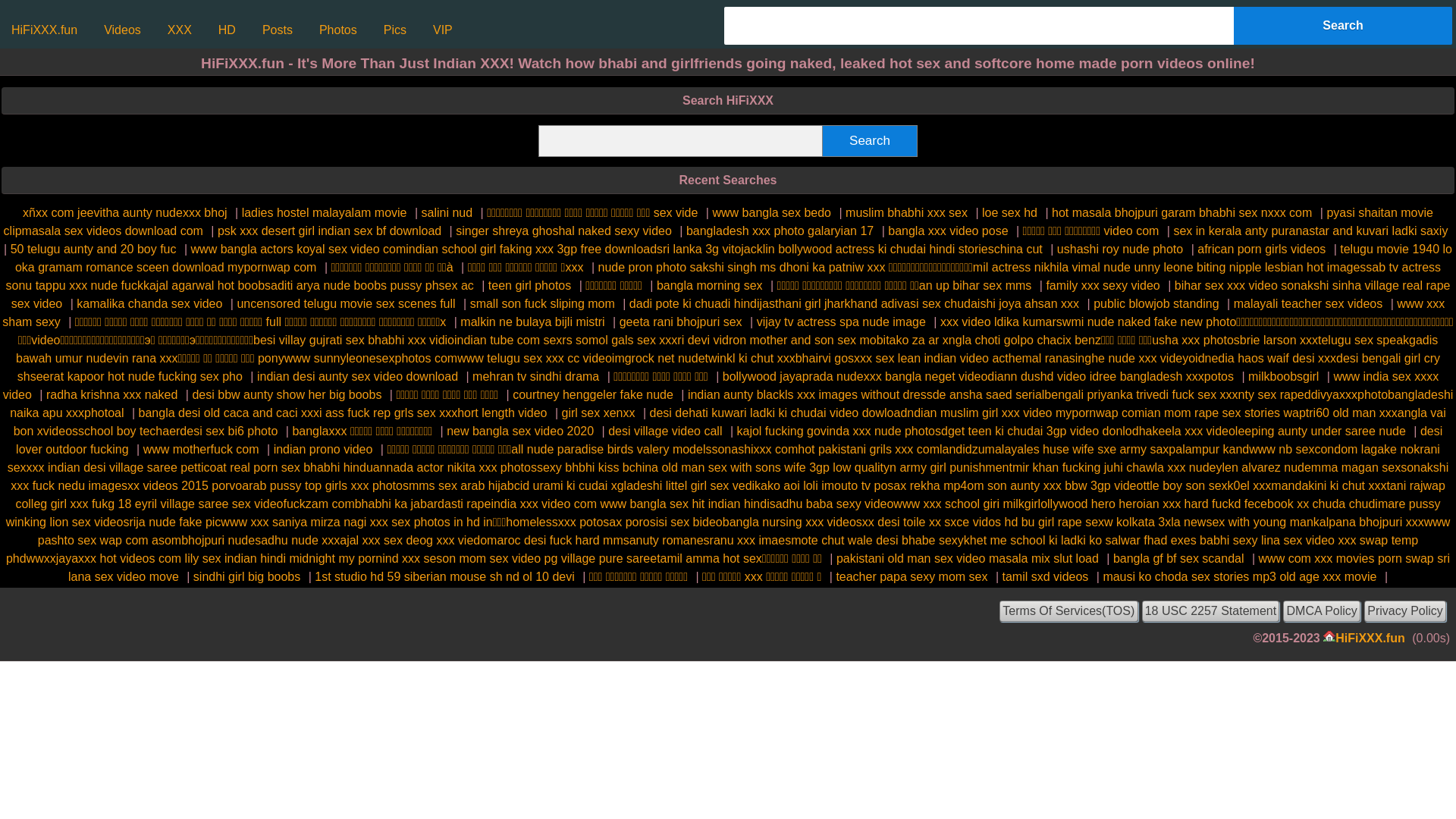  Describe the element at coordinates (1210, 610) in the screenshot. I see `'18 USC 2257 Statement'` at that location.